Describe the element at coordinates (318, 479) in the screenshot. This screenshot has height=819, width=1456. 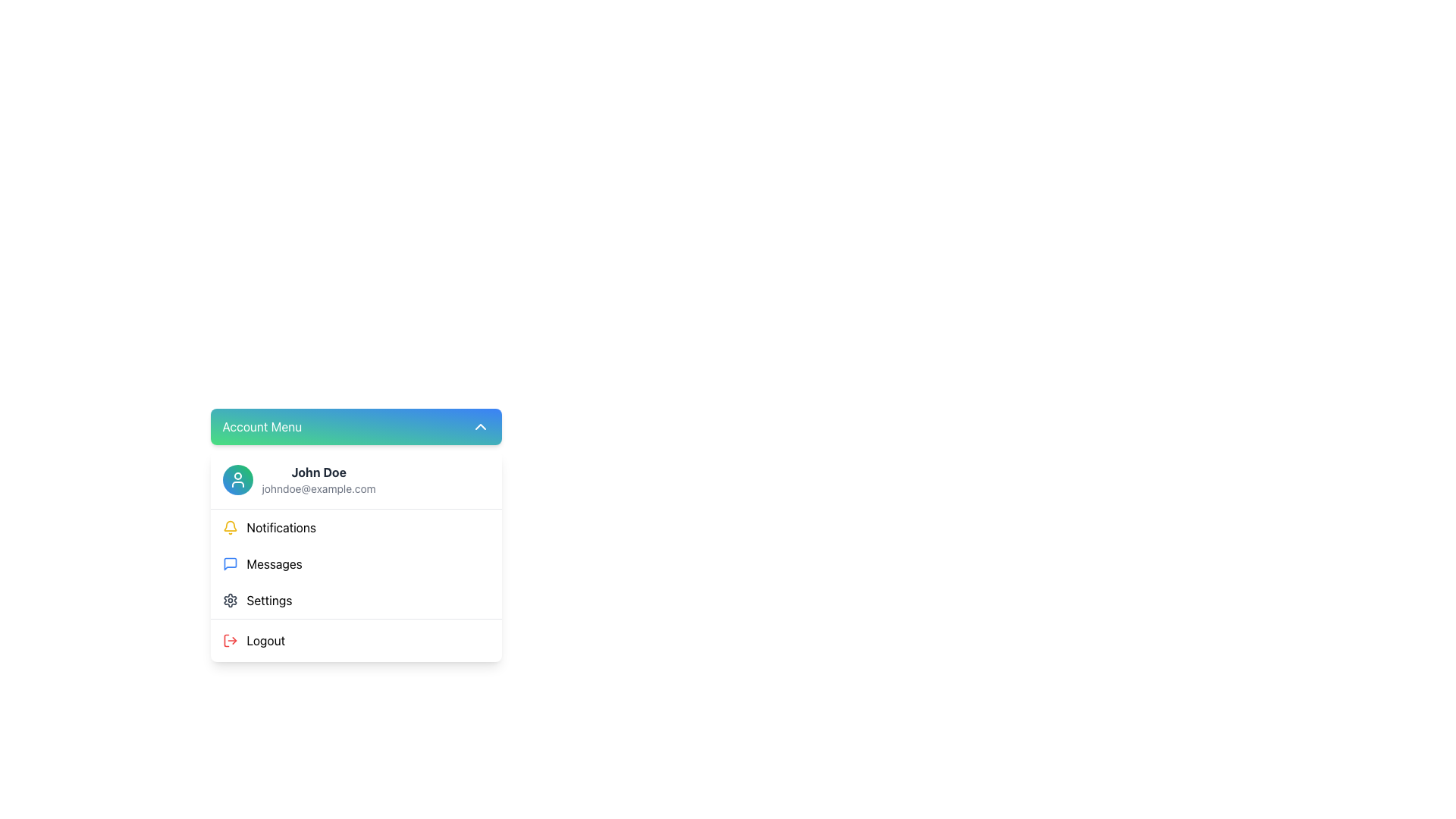
I see `text displayed in the Text Display element within the 'Account Menu', which shows 'John Doe' and 'johndoe@example.com'` at that location.